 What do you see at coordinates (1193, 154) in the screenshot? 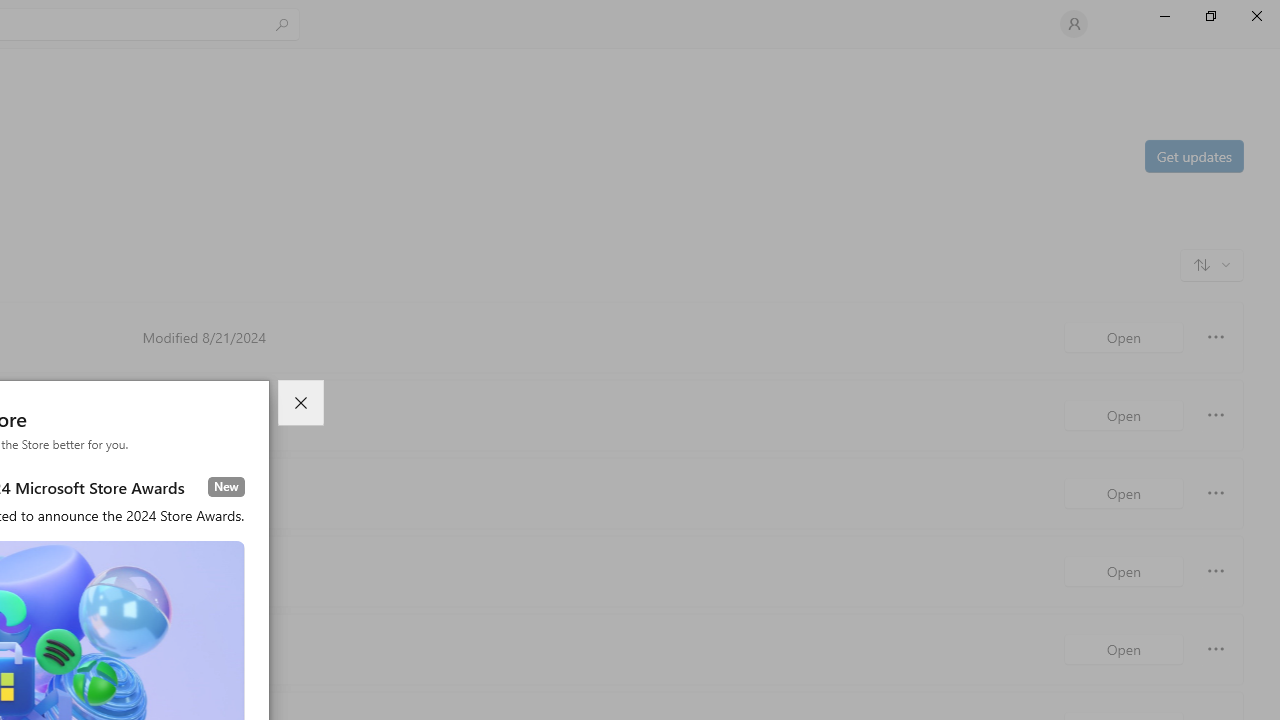
I see `'Get updates'` at bounding box center [1193, 154].